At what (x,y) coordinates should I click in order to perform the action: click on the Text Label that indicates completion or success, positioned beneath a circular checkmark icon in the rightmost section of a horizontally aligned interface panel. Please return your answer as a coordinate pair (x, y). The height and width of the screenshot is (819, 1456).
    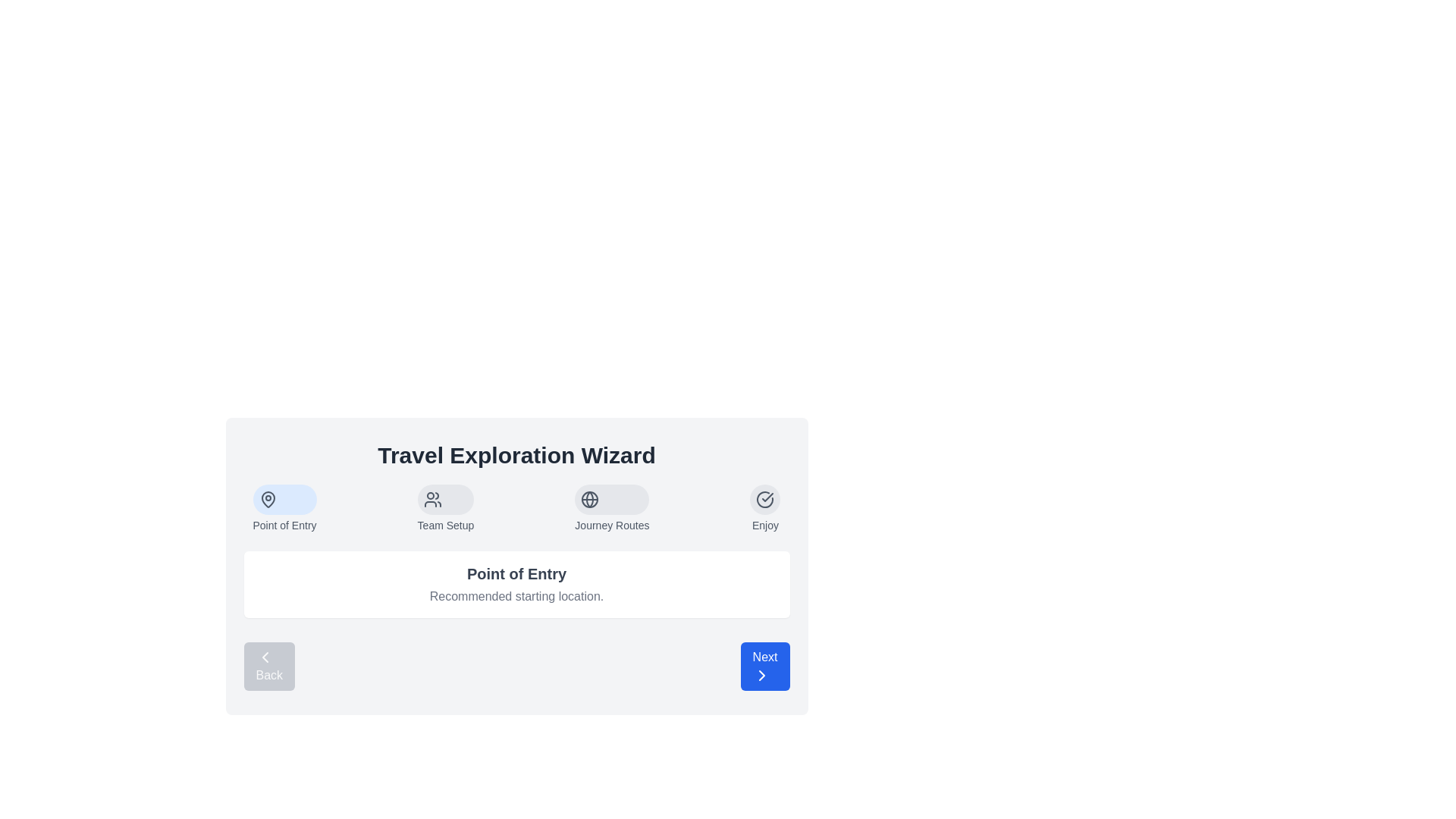
    Looking at the image, I should click on (765, 525).